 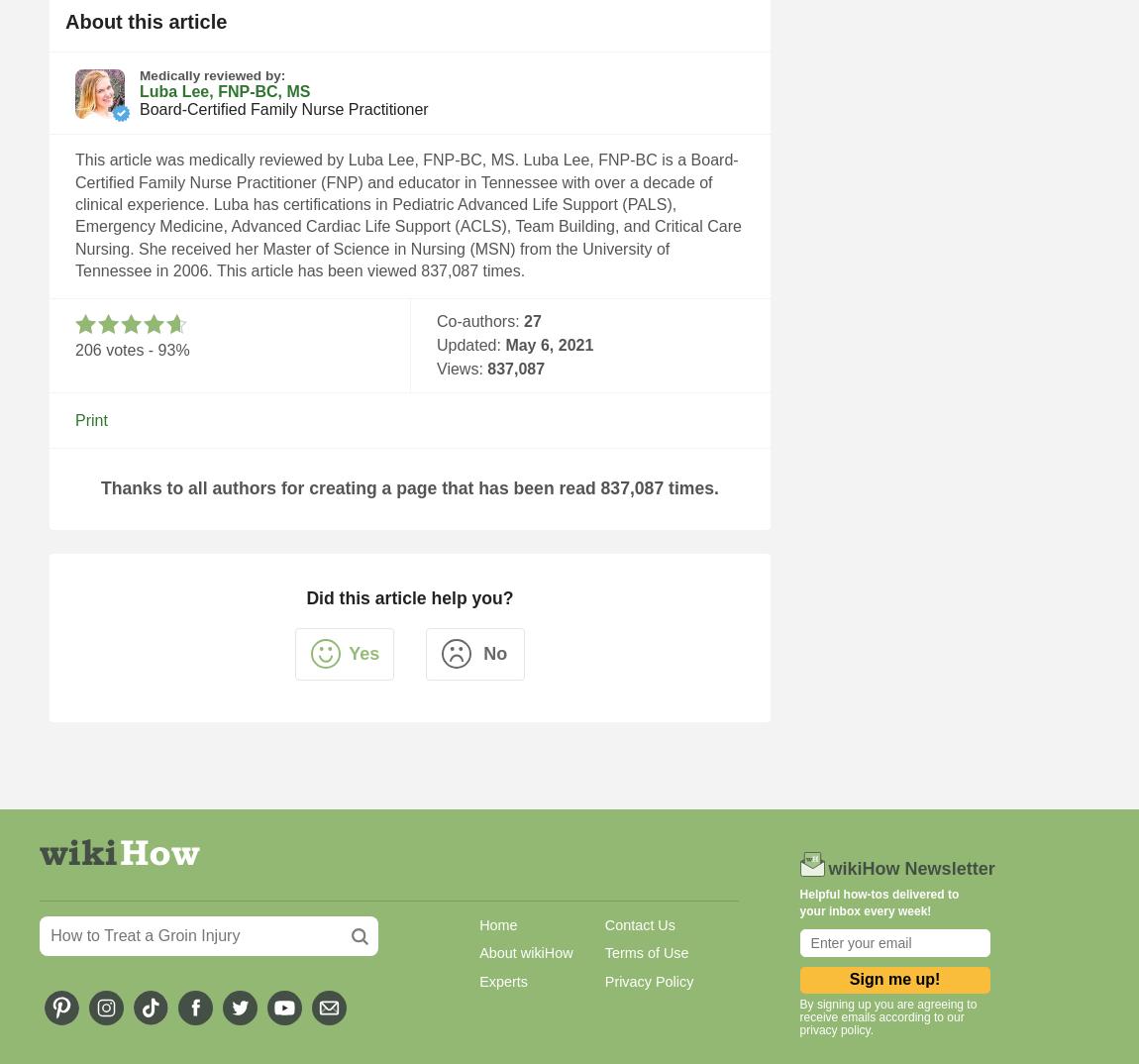 I want to click on 'This article was medically reviewed by Luba Lee, FNP-BC, MS. Luba Lee, FNP-BC is a Board-Certified Family Nurse Practitioner (FNP) and educator in Tennessee with over a decade of clinical experience. Luba has certifications in Pediatric Advanced Life Support (PALS), Emergency Medicine, Advanced Cardiac Life Support (ACLS), Team Building, and Critical Care Nursing. She received her Master of Science in Nursing (MSN) from the University of Tennessee in 2006.  This article has been viewed 837,087 times.', so click(x=408, y=214).